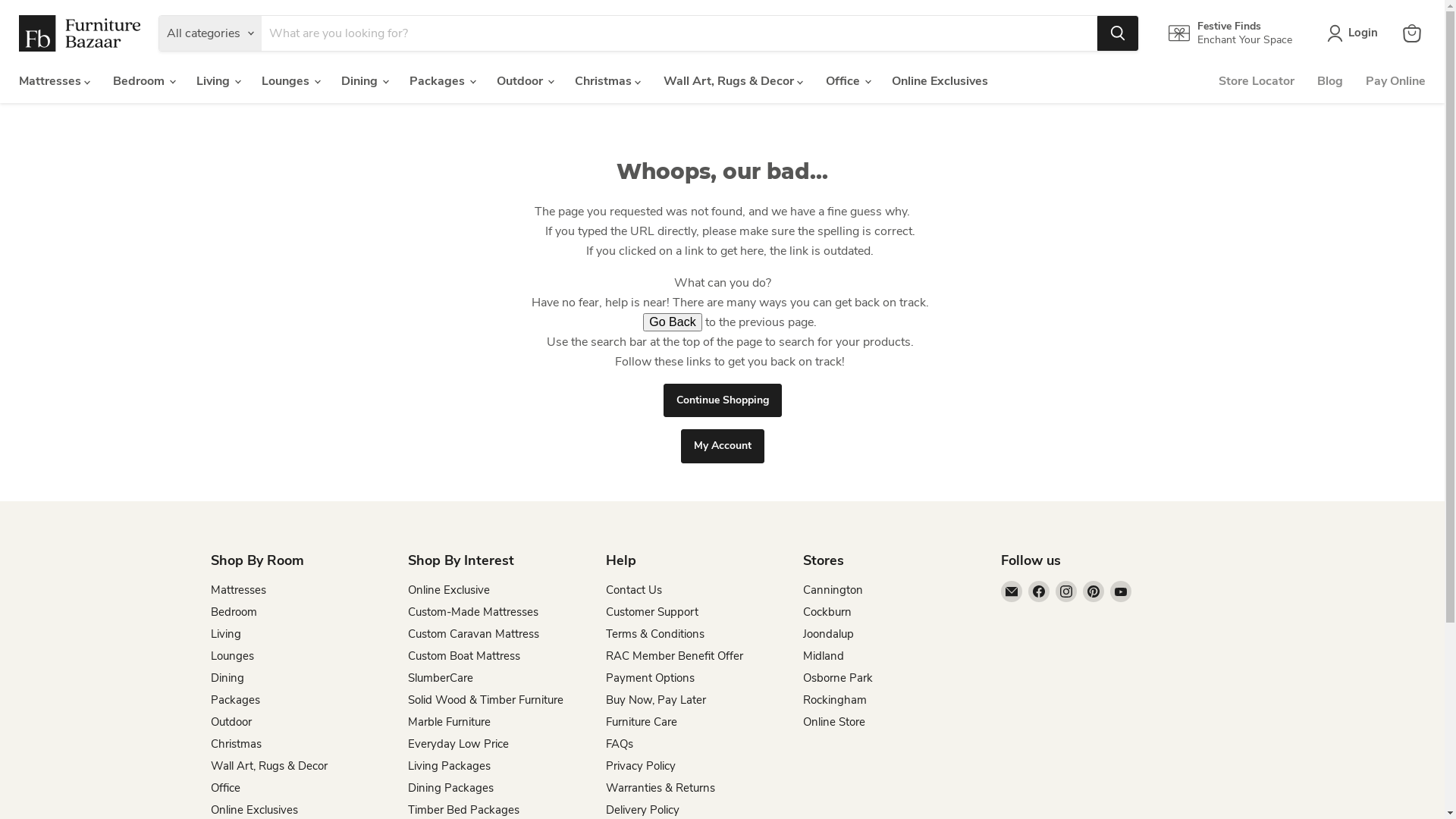 The height and width of the screenshot is (819, 1456). I want to click on 'Go Back', so click(671, 321).